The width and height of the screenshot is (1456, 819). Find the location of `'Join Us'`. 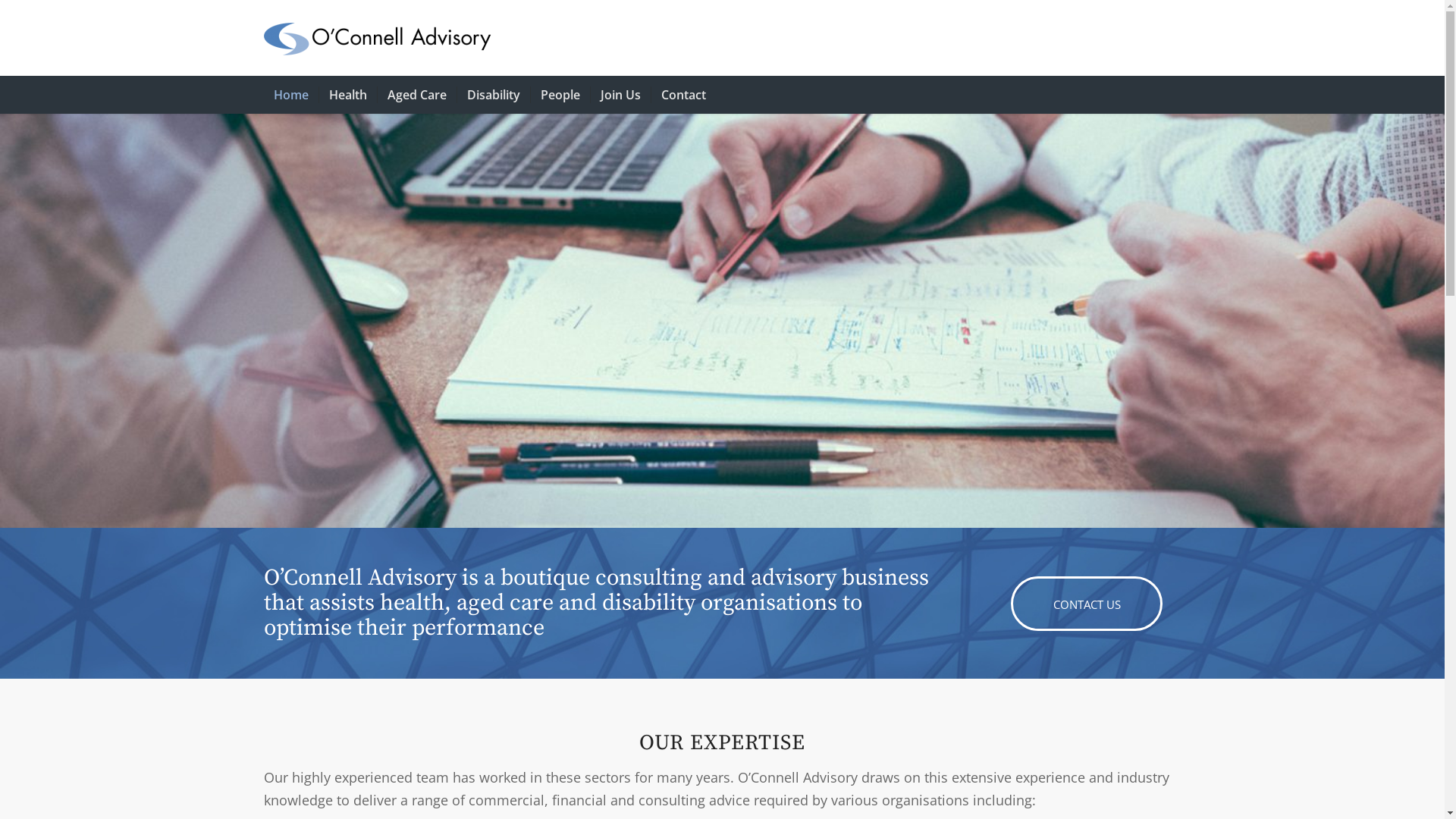

'Join Us' is located at coordinates (588, 94).